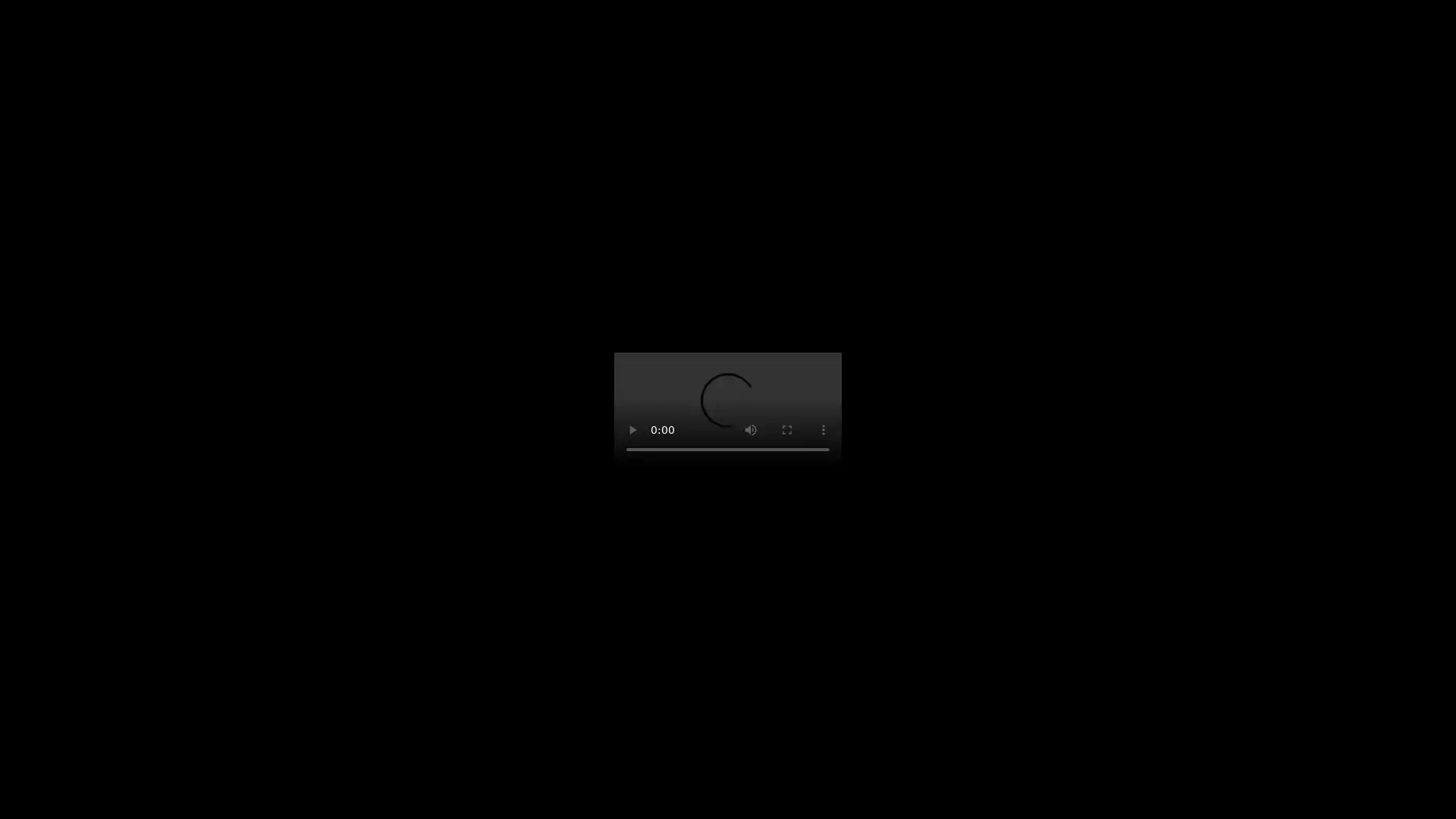  Describe the element at coordinates (786, 430) in the screenshot. I see `enter full screen` at that location.